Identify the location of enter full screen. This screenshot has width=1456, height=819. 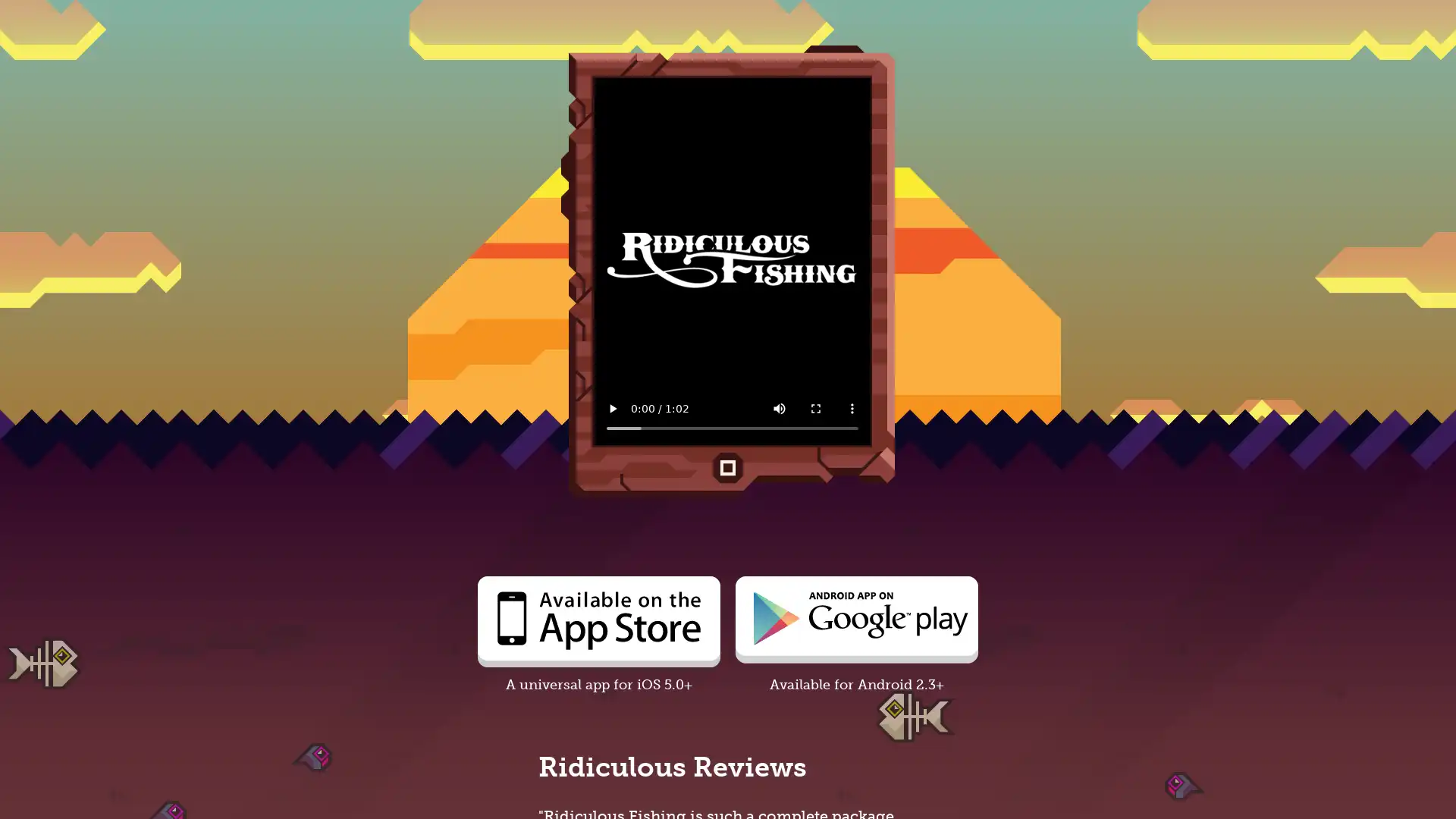
(814, 408).